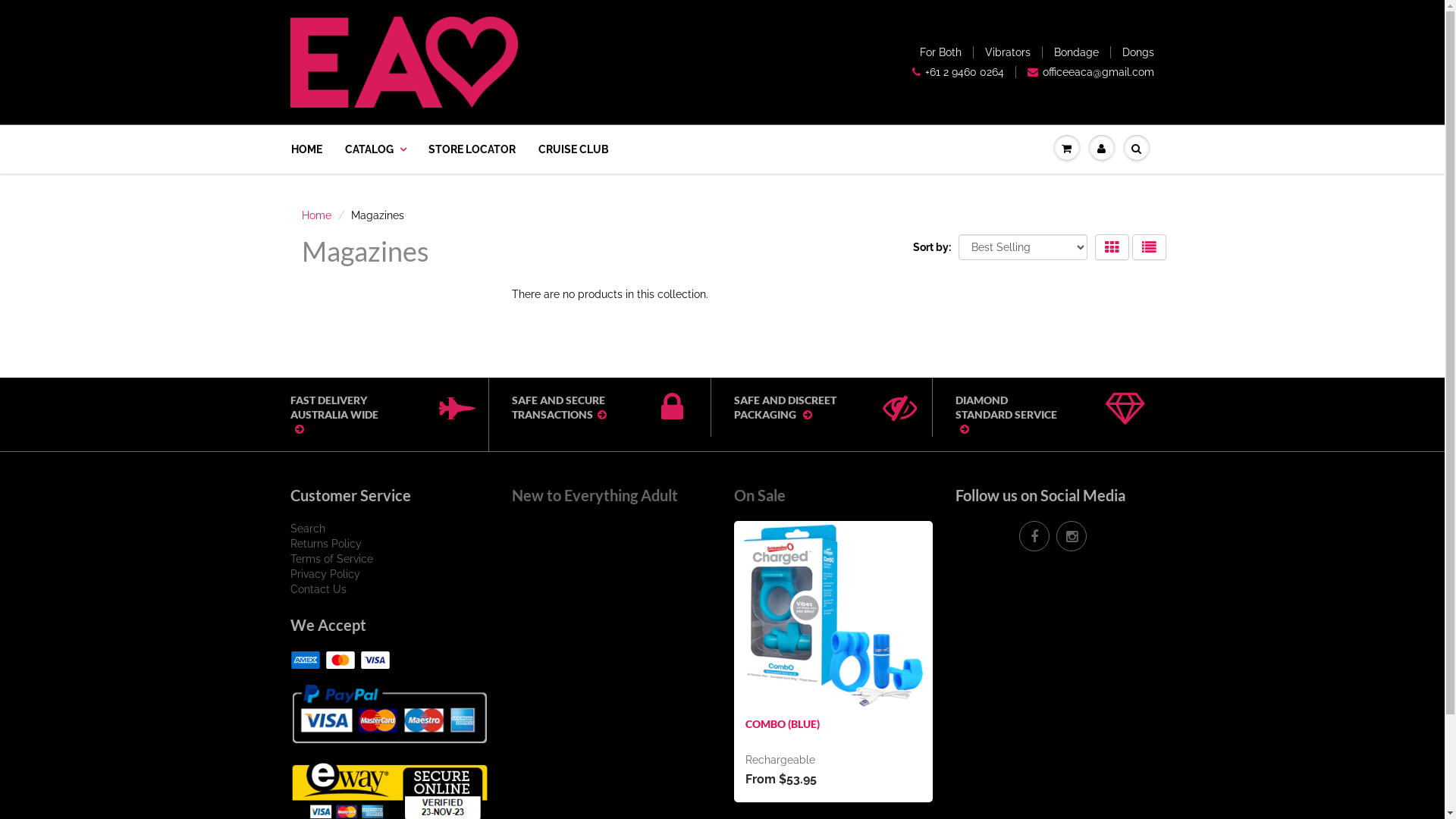 This screenshot has height=819, width=1456. What do you see at coordinates (734, 494) in the screenshot?
I see `'On Sale'` at bounding box center [734, 494].